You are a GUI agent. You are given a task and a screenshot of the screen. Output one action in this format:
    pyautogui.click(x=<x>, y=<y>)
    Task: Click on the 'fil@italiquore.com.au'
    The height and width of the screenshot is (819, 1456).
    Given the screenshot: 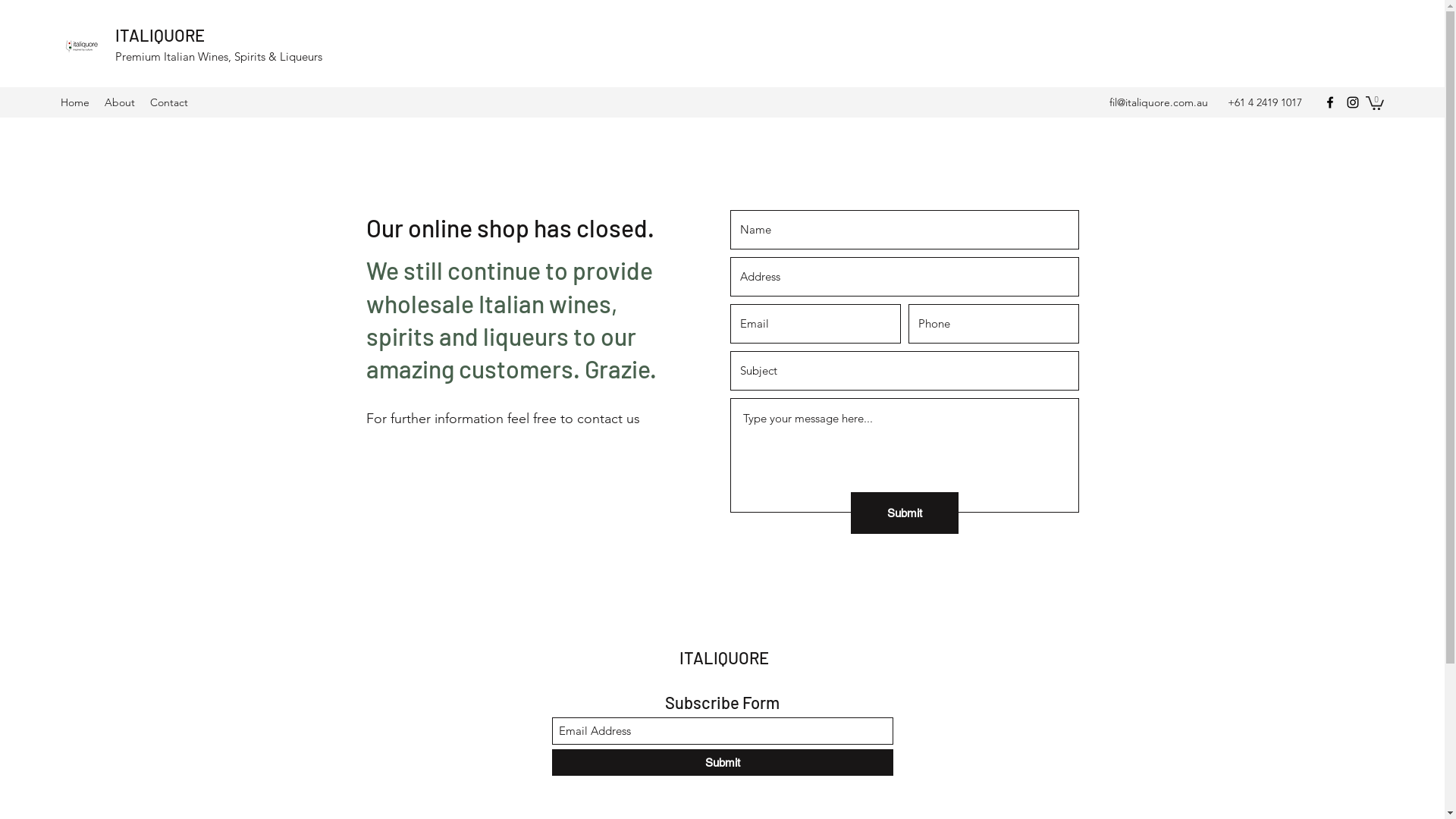 What is the action you would take?
    pyautogui.click(x=1157, y=102)
    